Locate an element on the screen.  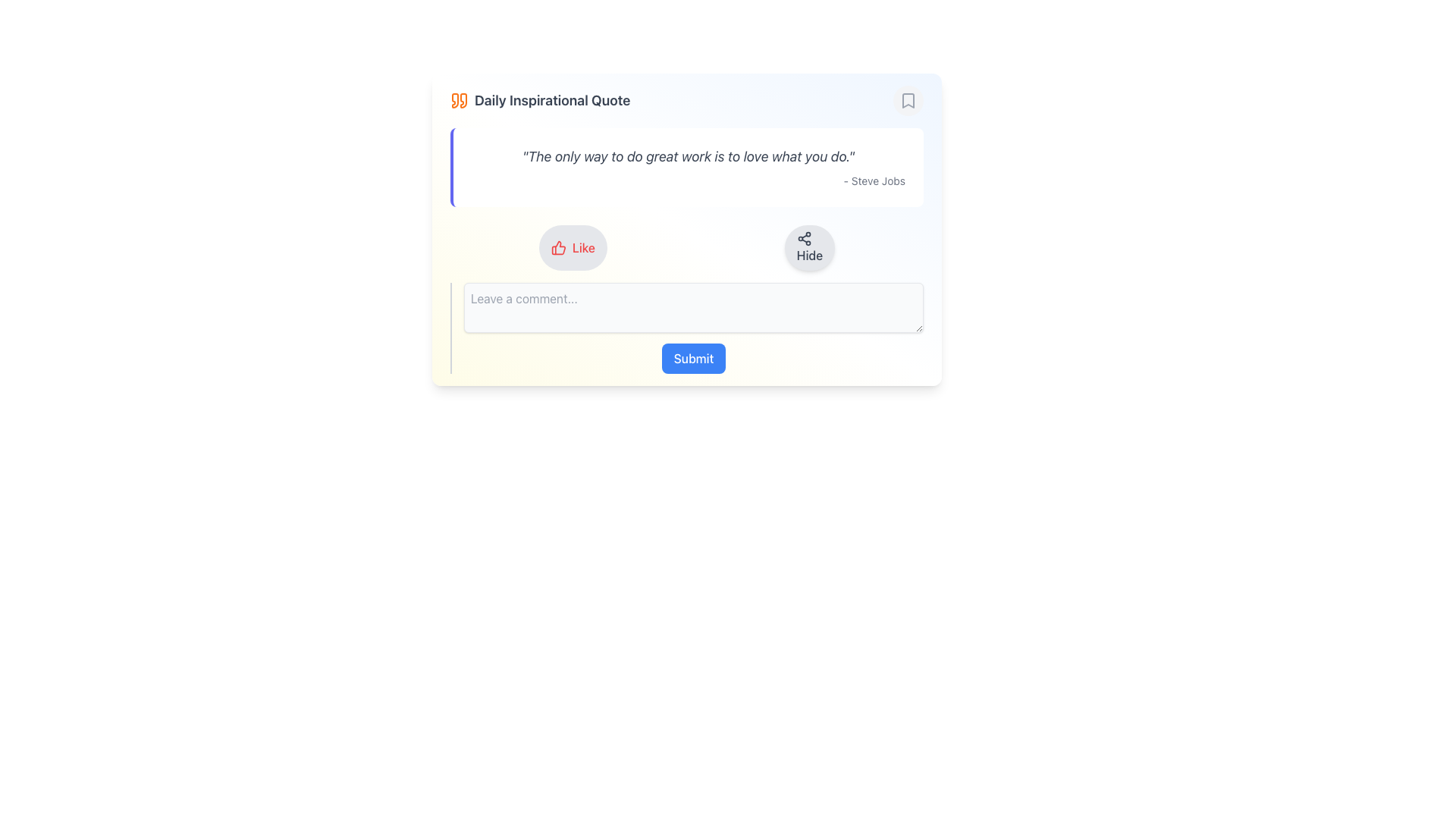
the 'Like' icon located in the lower section of the interface is located at coordinates (557, 247).